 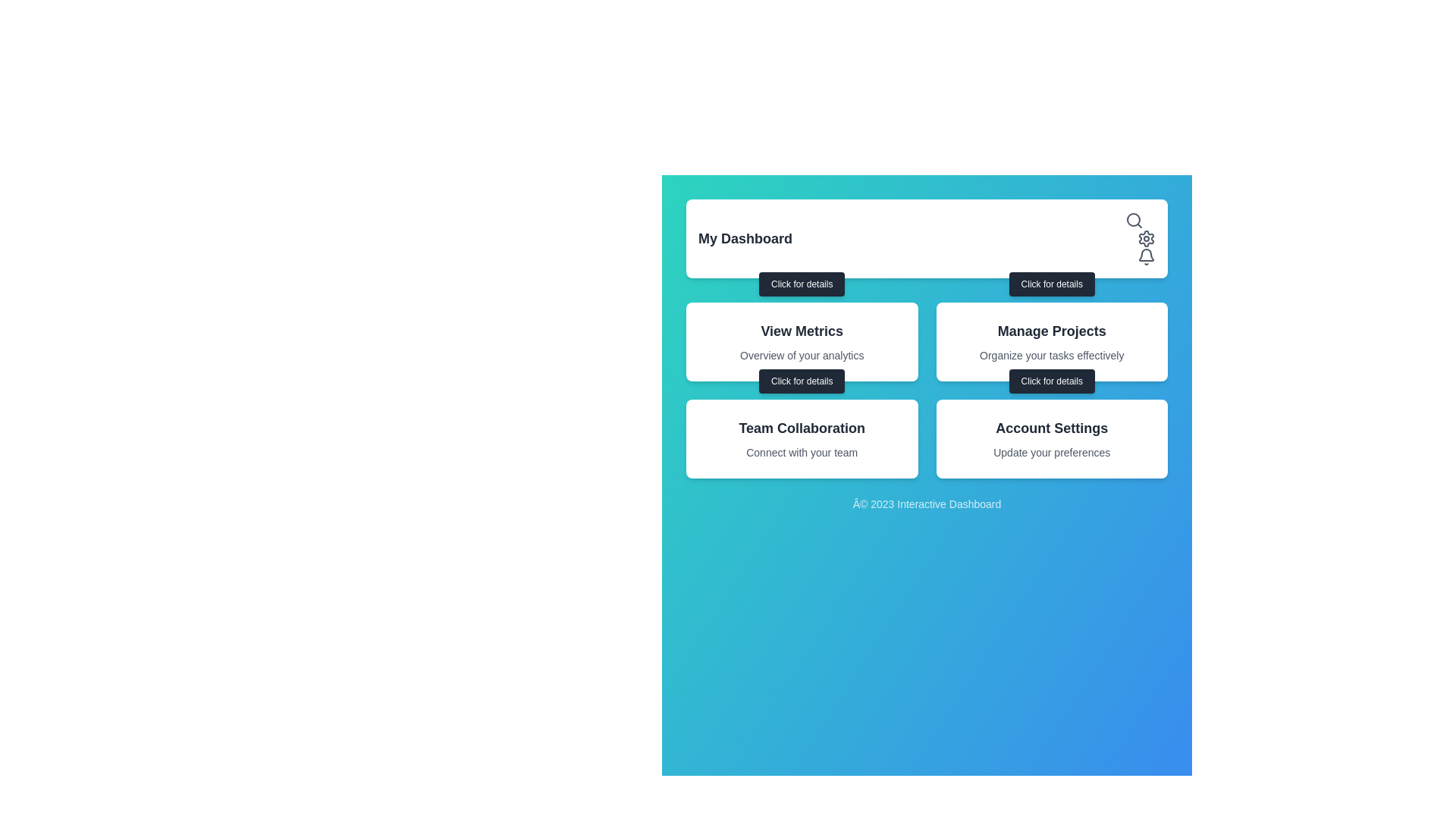 What do you see at coordinates (1147, 239) in the screenshot?
I see `the settings icon button located in the upper right corner of the interface, positioned between the search icon and the notification bell icon` at bounding box center [1147, 239].